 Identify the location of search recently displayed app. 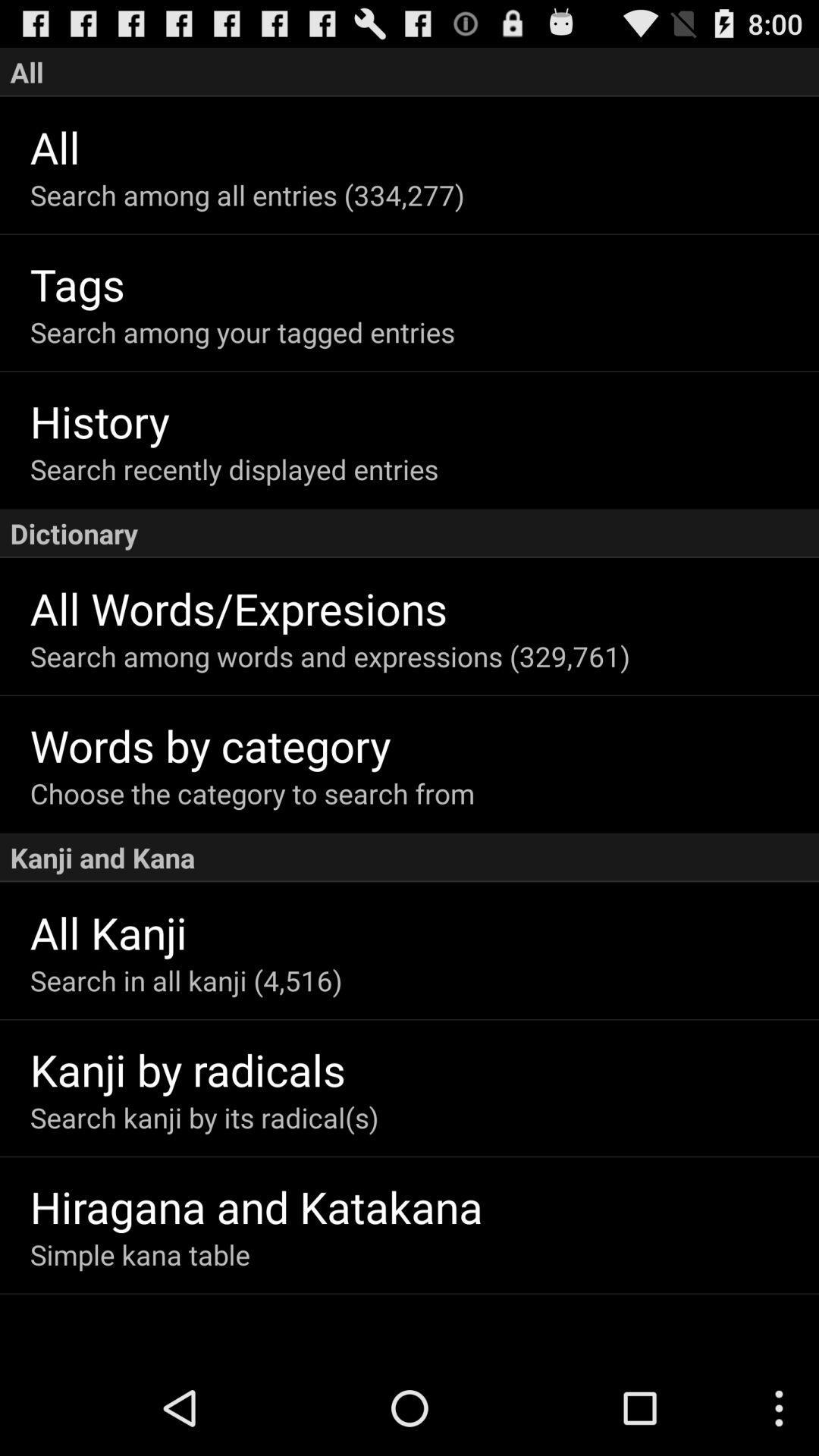
(424, 468).